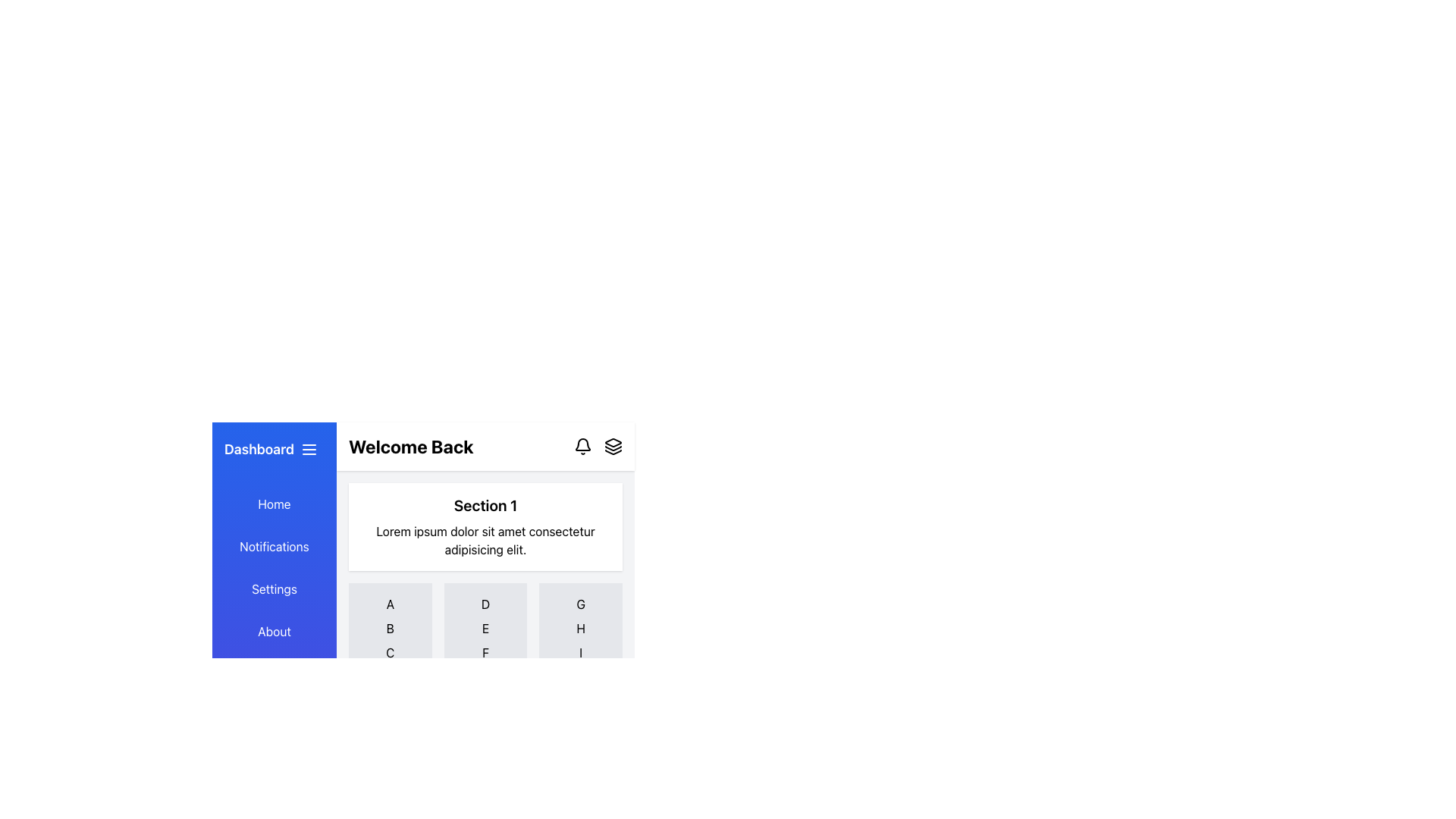  Describe the element at coordinates (613, 451) in the screenshot. I see `the third and lowest band of the layered icon located at the top-right section of the interface, which is next to the notification bell` at that location.